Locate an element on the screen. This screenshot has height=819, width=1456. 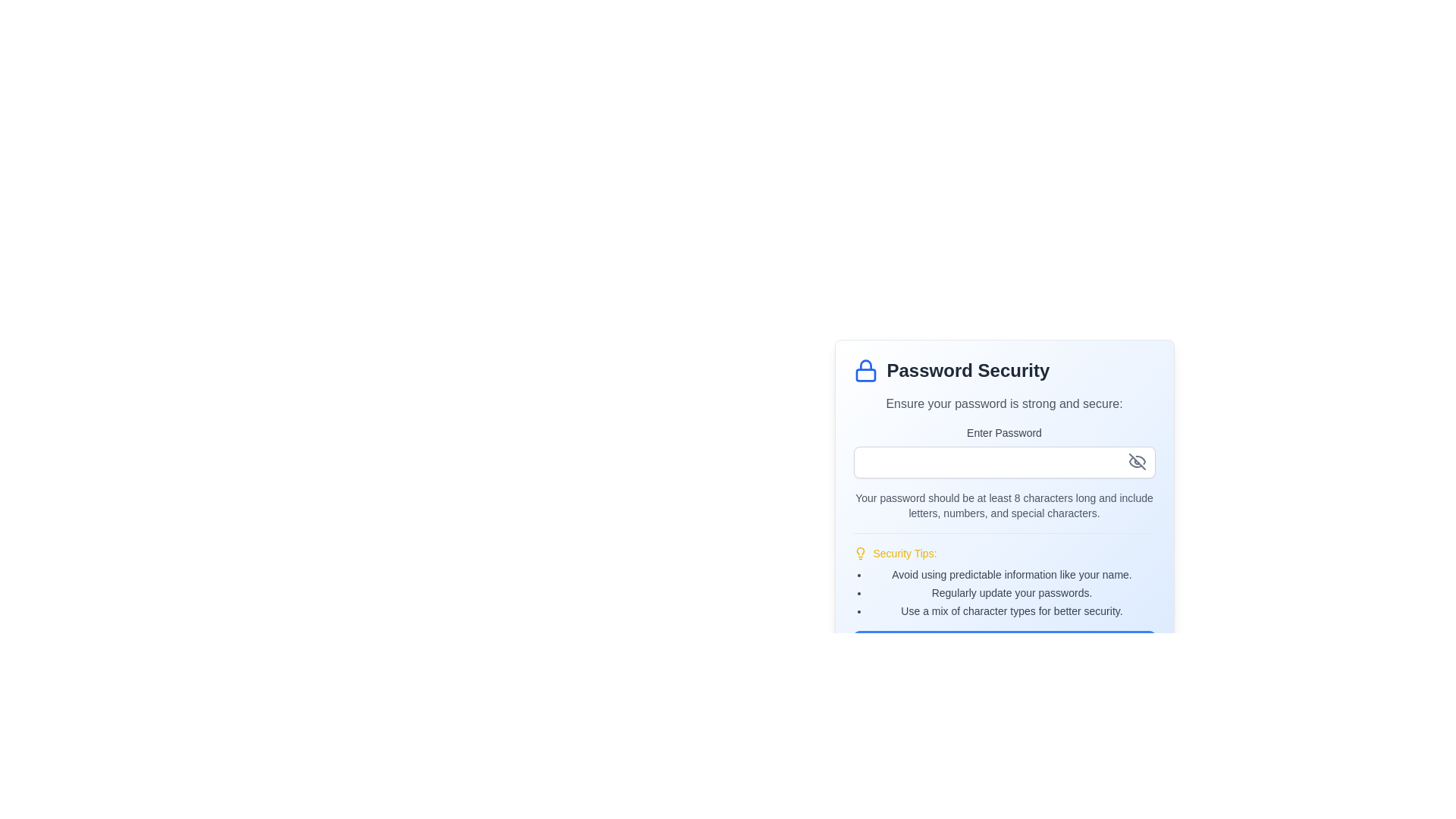
the 'Password Security' heading which includes a lock icon, positioned at the top of the password information card is located at coordinates (1004, 371).